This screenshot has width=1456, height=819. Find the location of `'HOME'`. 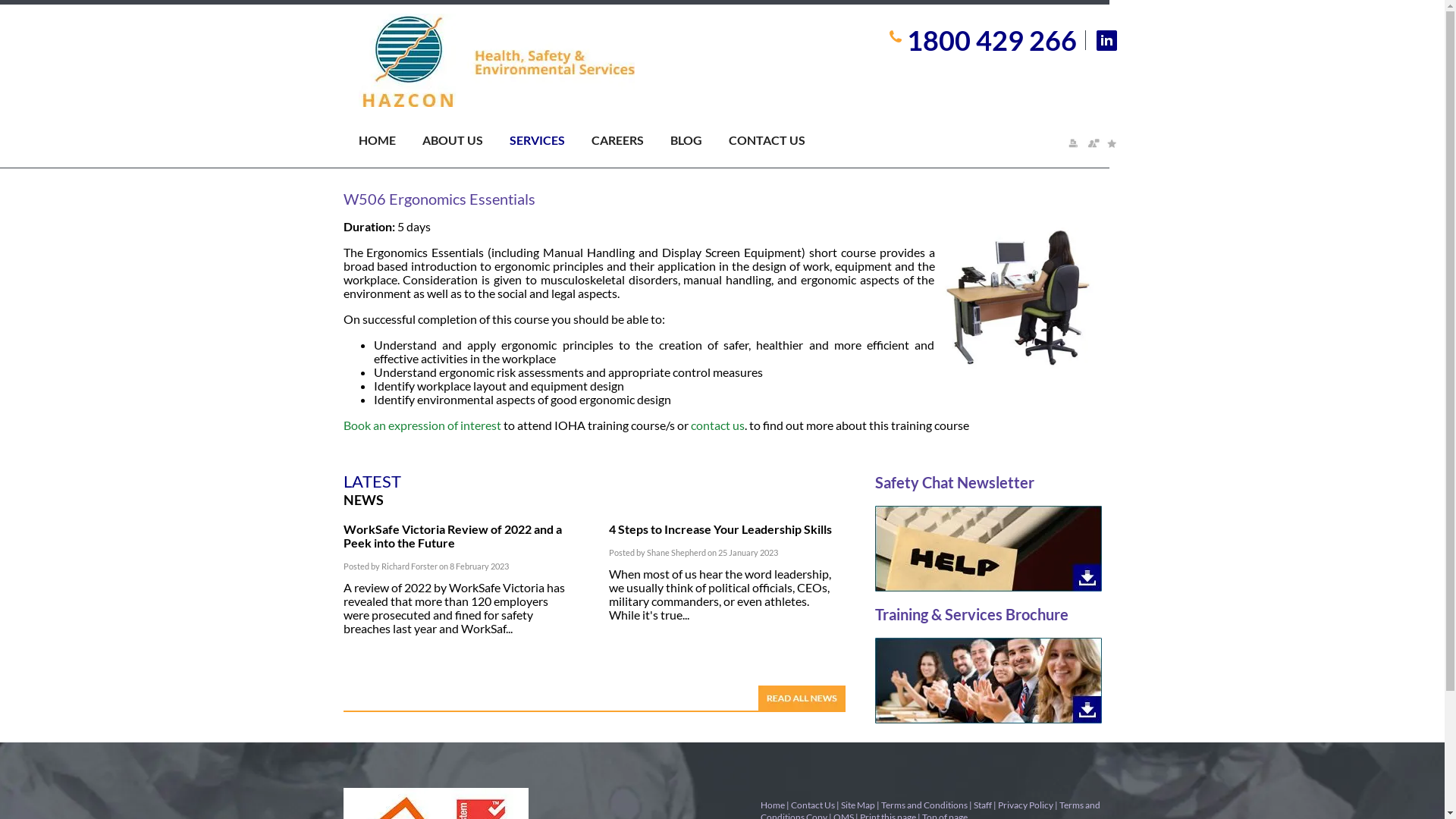

'HOME' is located at coordinates (389, 143).